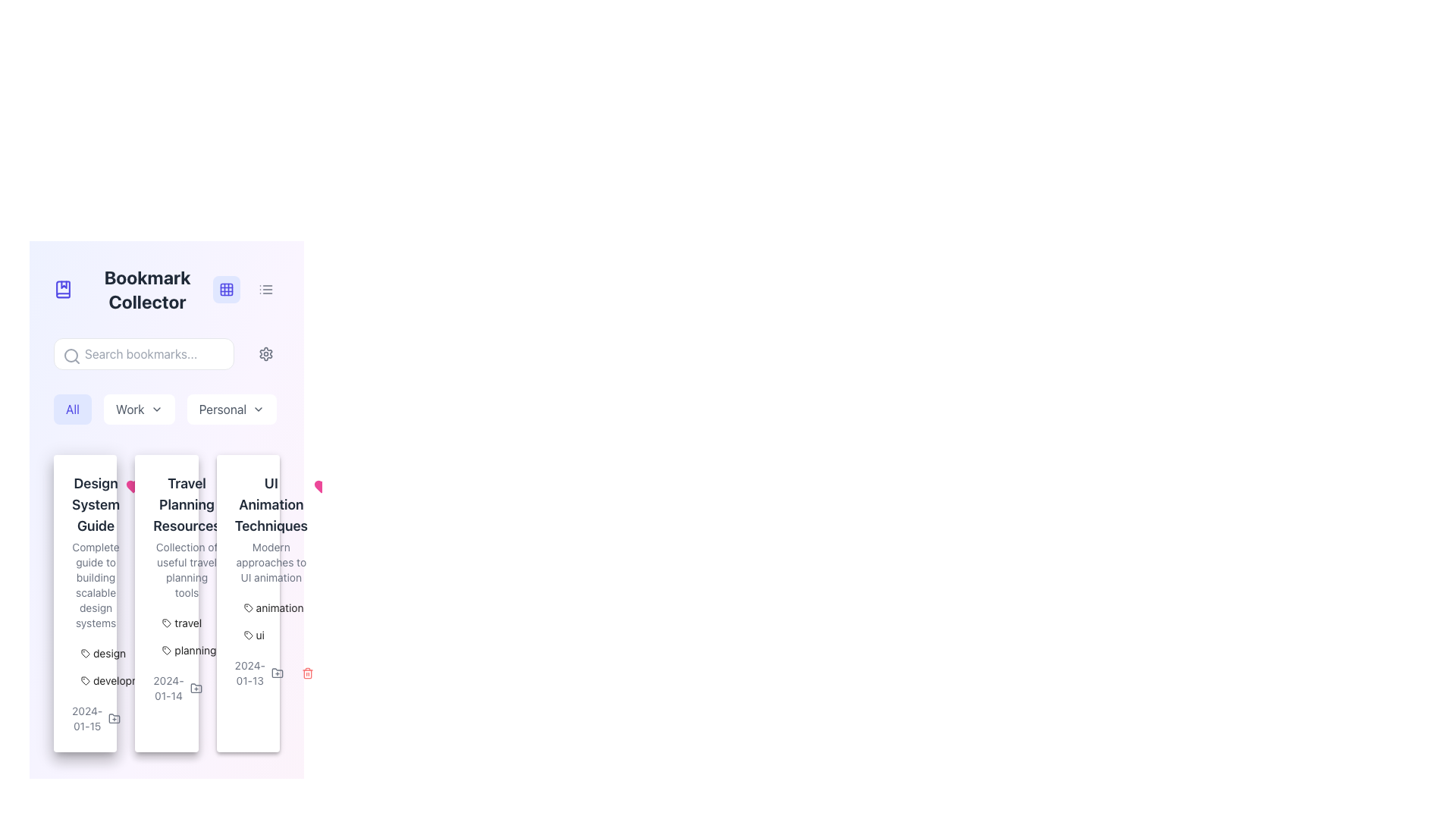  What do you see at coordinates (195, 688) in the screenshot?
I see `the small circular button with a folder and plus icon located at the bottom right corner of the 'Travel Planning Resources' card, below the date '2024-01-14'` at bounding box center [195, 688].